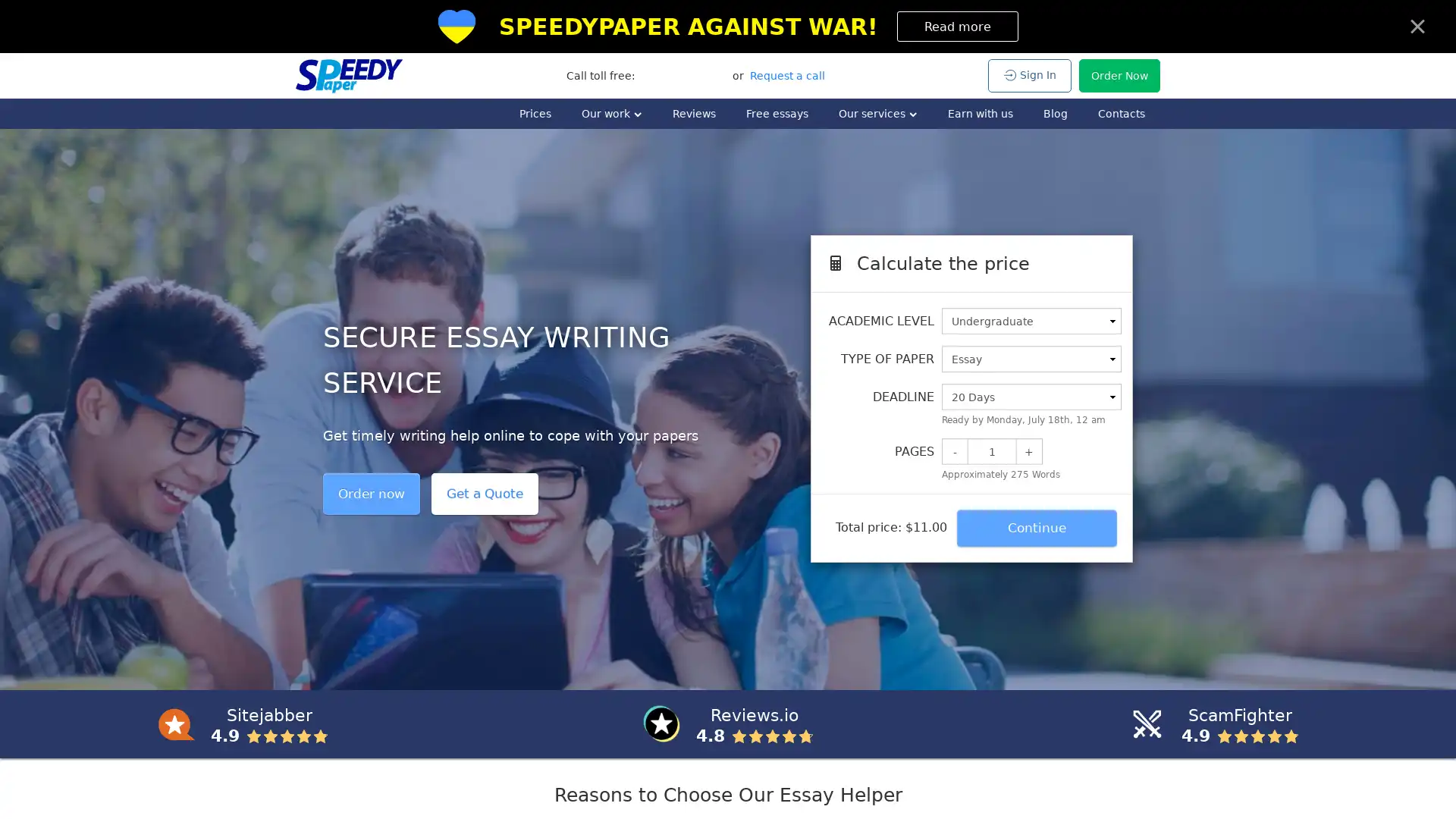 This screenshot has width=1456, height=819. What do you see at coordinates (953, 450) in the screenshot?
I see `-` at bounding box center [953, 450].